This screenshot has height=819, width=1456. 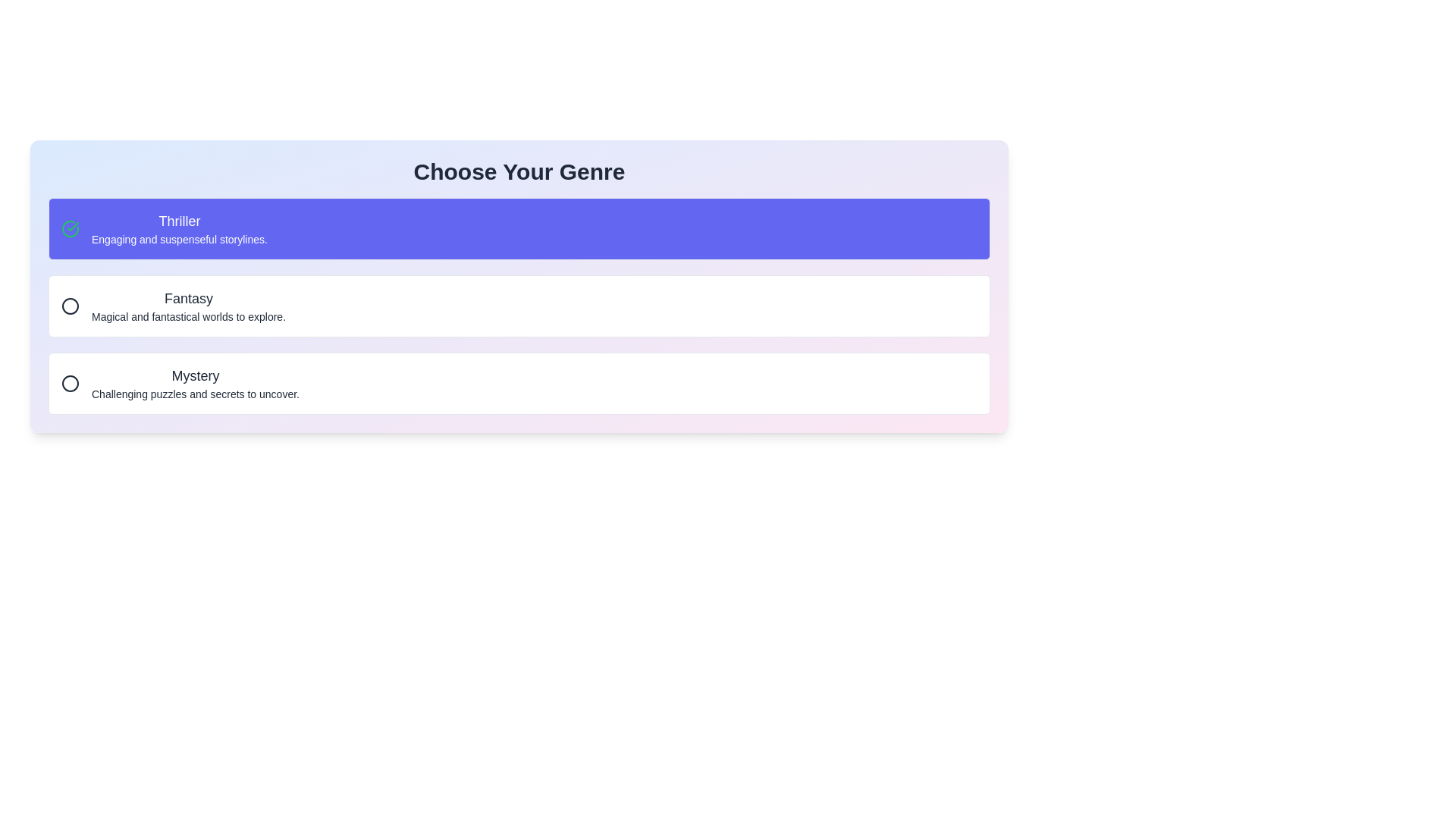 What do you see at coordinates (195, 382) in the screenshot?
I see `to select the 'Mystery' genre from the third option in the vertical list of genre options` at bounding box center [195, 382].